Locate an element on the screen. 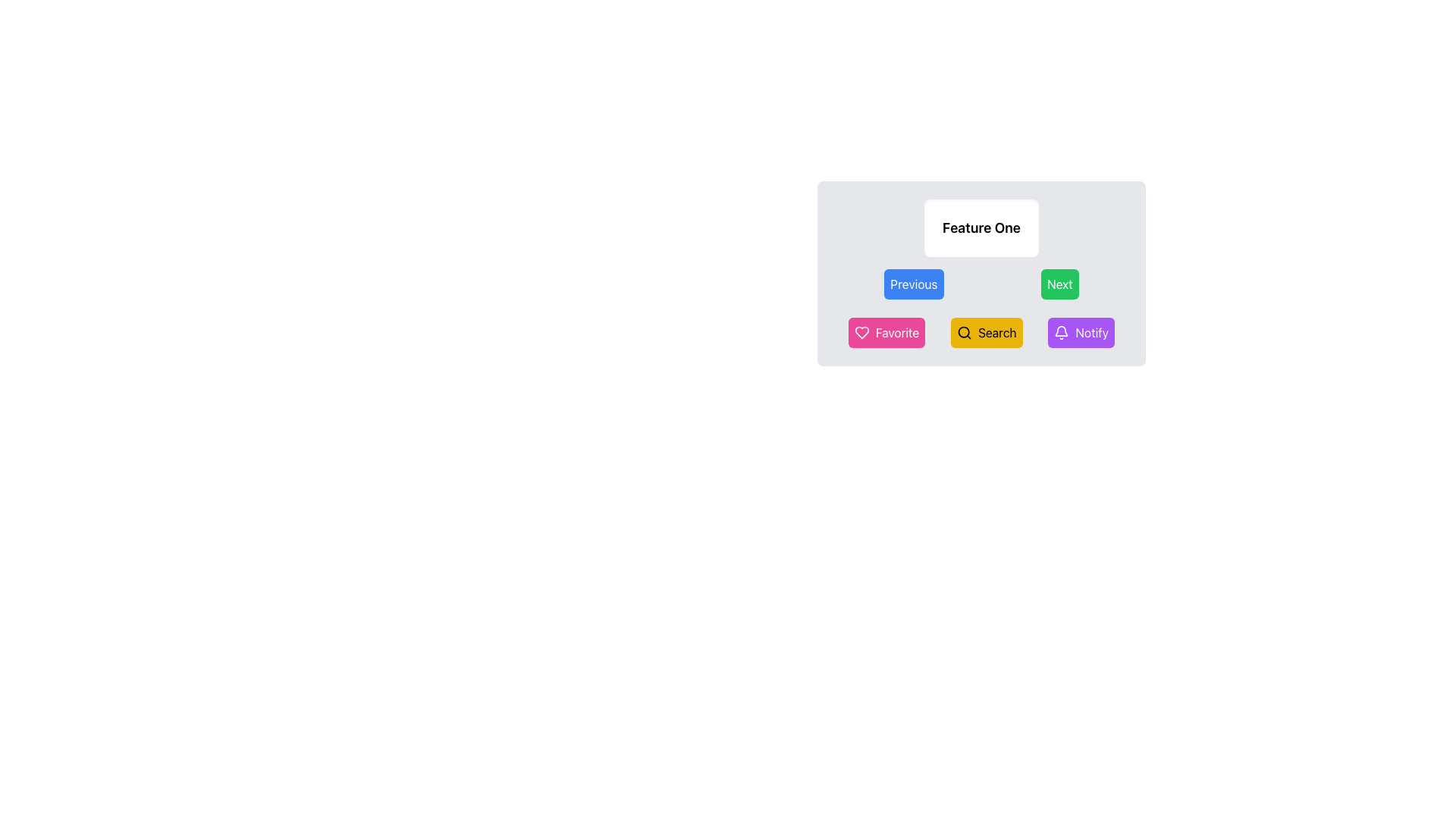 The width and height of the screenshot is (1456, 819). the green 'Next' button with rounded corners and white text to proceed is located at coordinates (1059, 284).